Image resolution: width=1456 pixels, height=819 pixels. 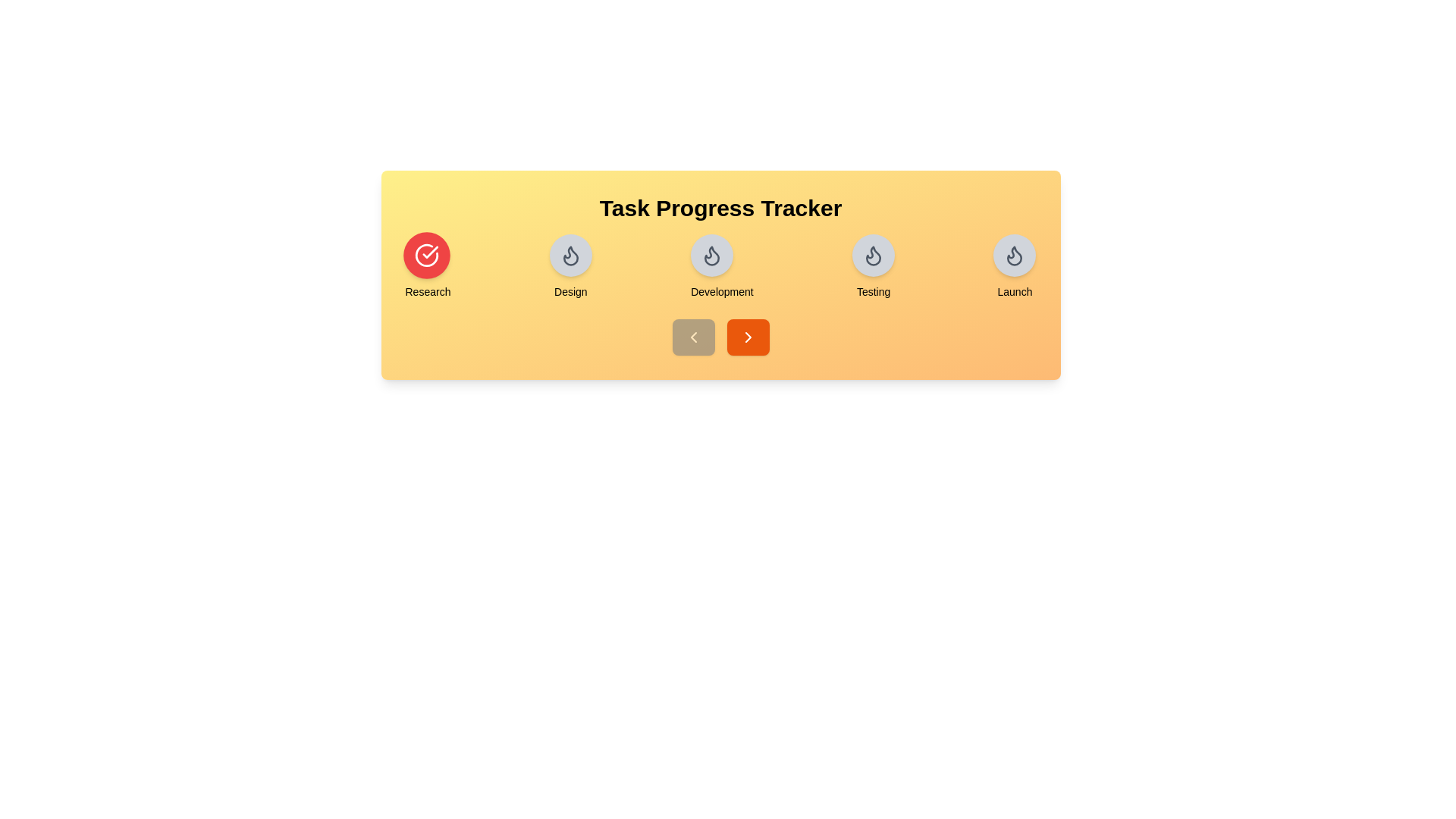 I want to click on the rightmost vibrant orange button with a white chevron-right icon, so click(x=748, y=336).